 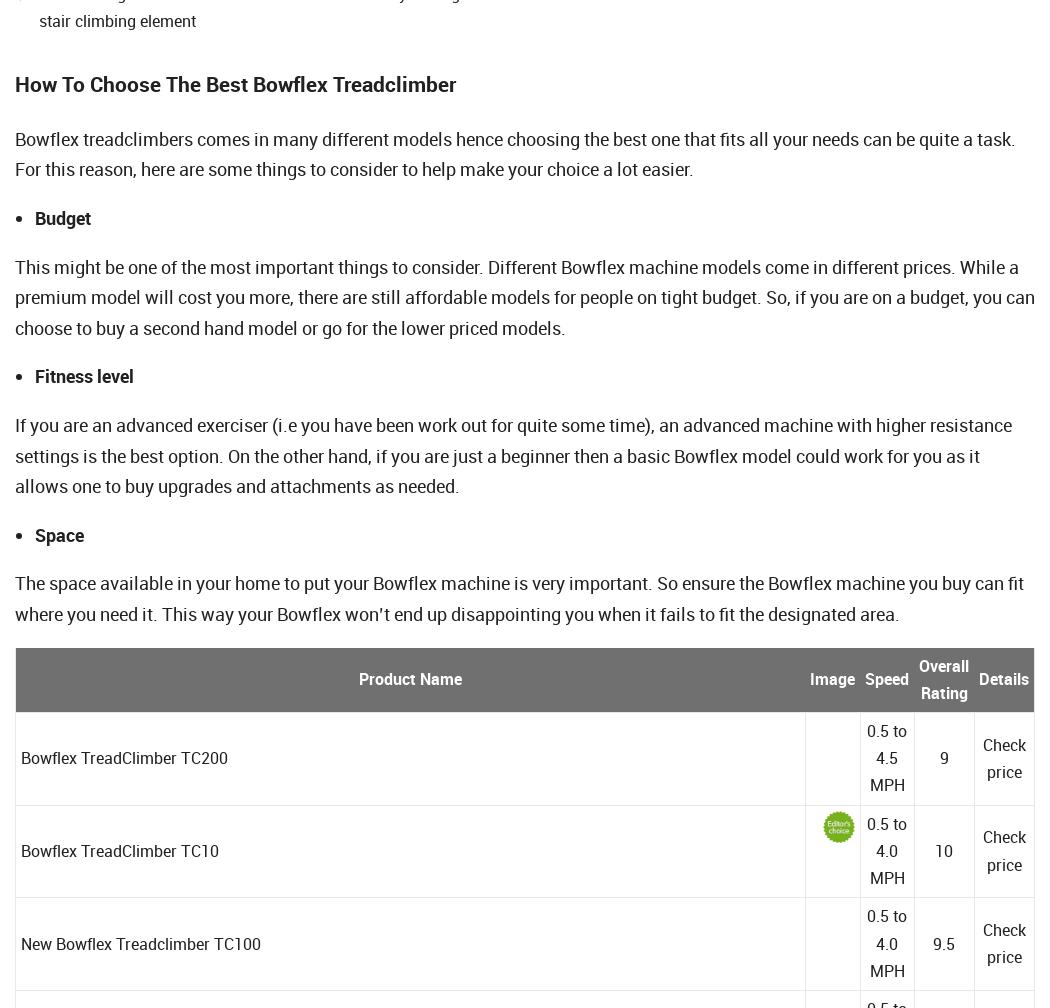 What do you see at coordinates (15, 153) in the screenshot?
I see `'Bowflex treadclimbers comes in many different models hence choosing the best one that fits all your needs can be quite a task. For this reason, here are some things to consider to help make your choice a lot easier.'` at bounding box center [15, 153].